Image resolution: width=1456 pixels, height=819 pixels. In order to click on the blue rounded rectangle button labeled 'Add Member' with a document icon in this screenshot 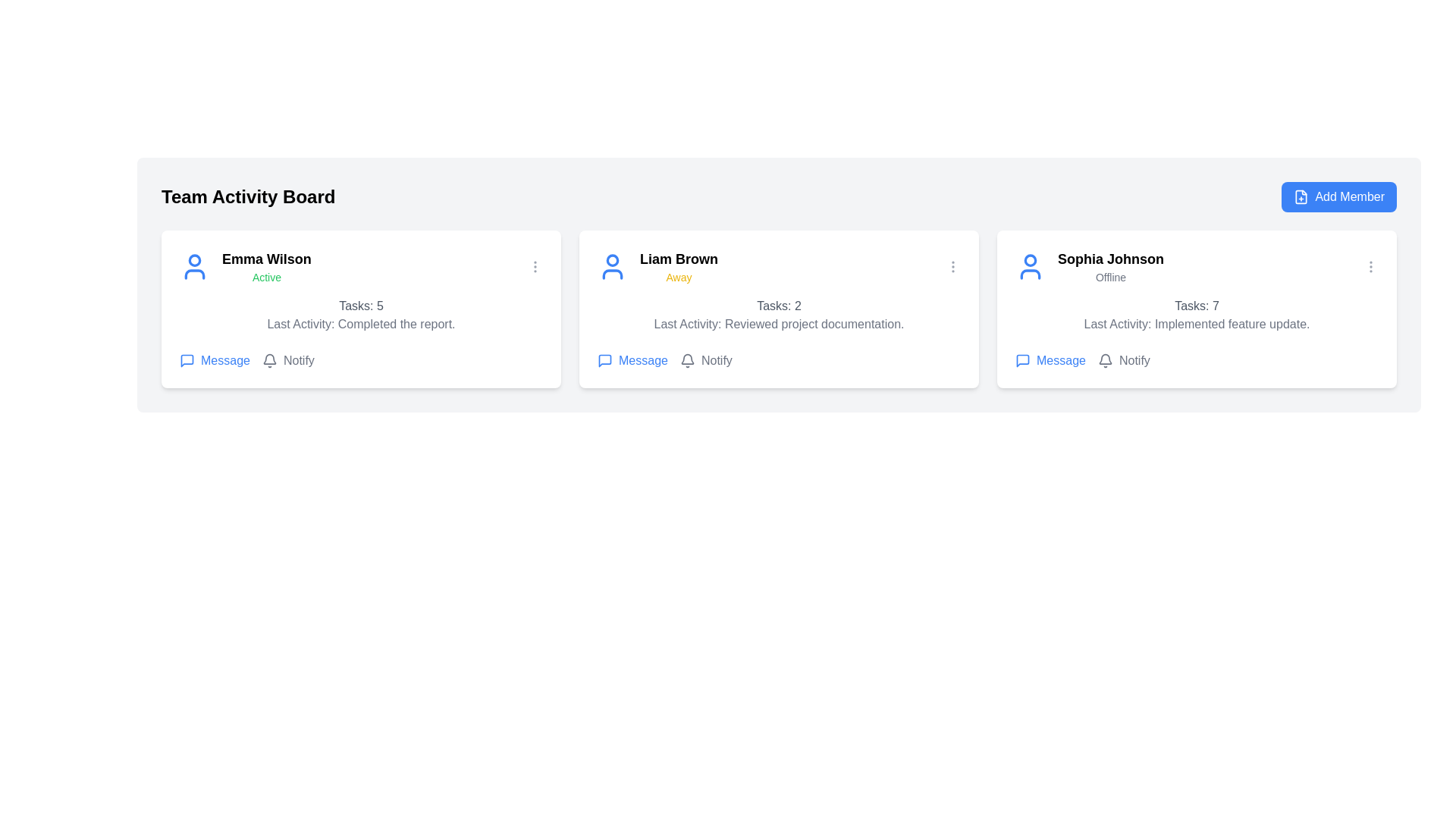, I will do `click(1339, 196)`.